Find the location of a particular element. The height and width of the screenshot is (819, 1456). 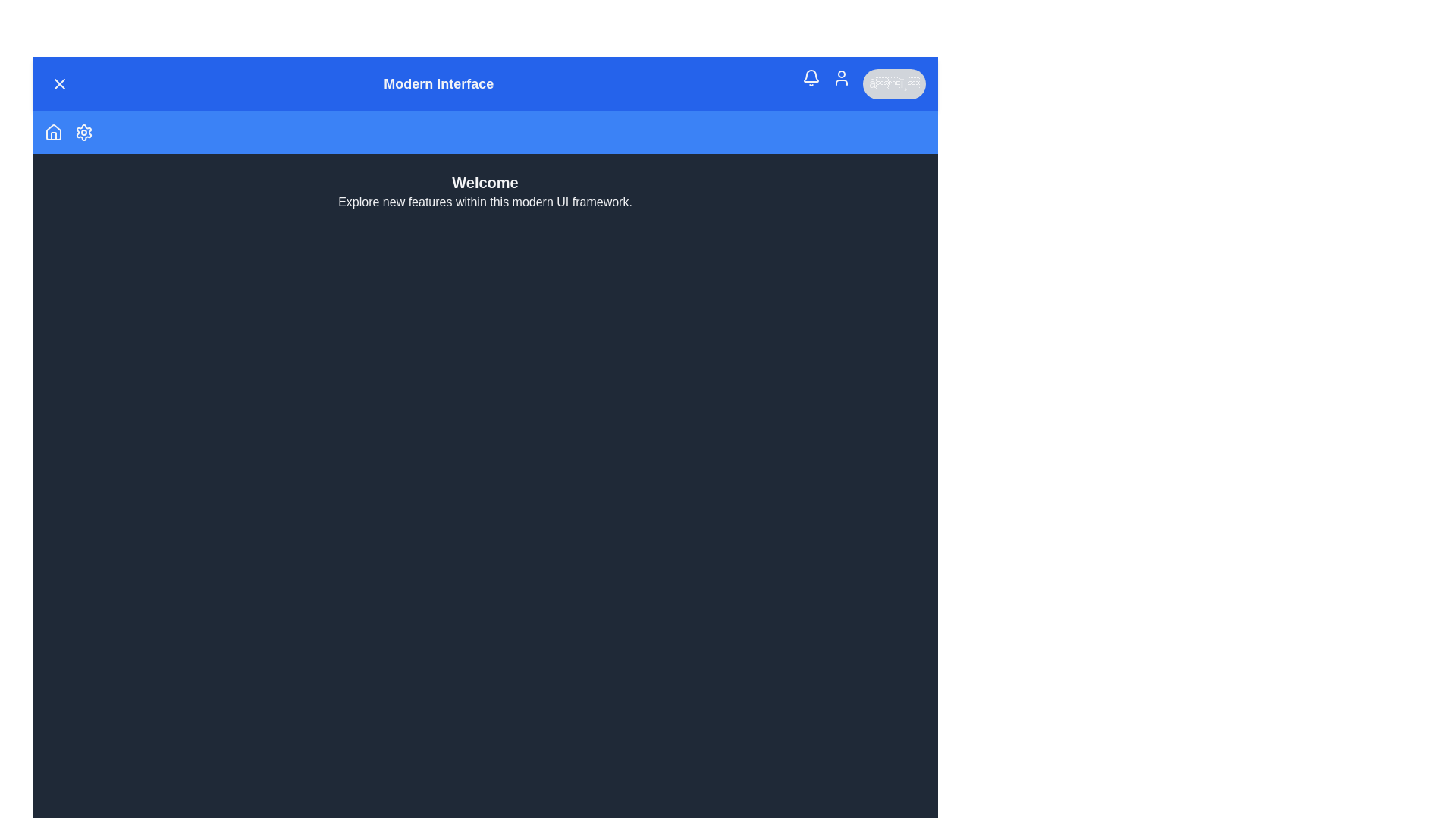

the theme toggle button in the top-right corner to change the theme is located at coordinates (894, 84).